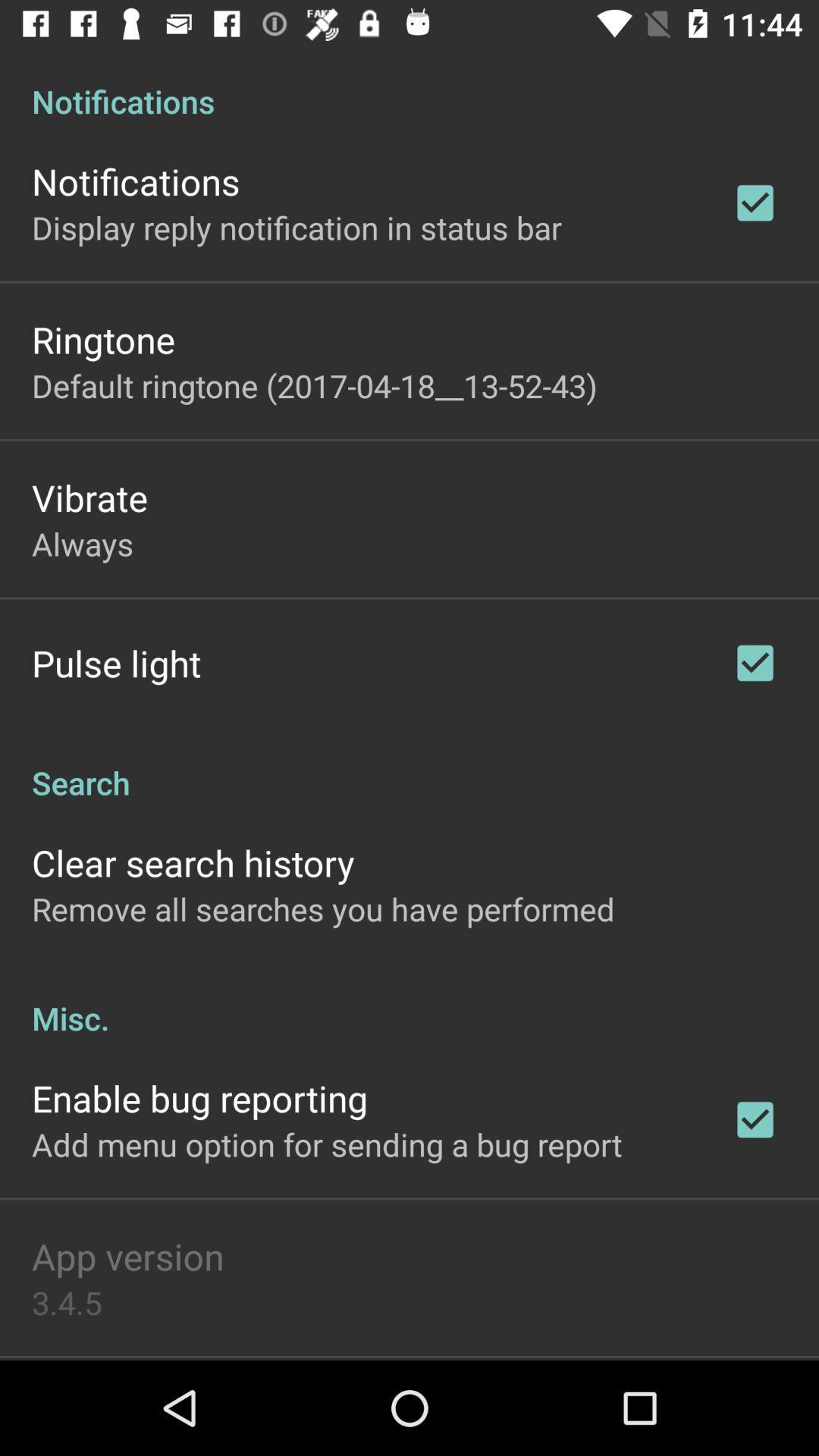 The width and height of the screenshot is (819, 1456). What do you see at coordinates (89, 497) in the screenshot?
I see `the item above the always item` at bounding box center [89, 497].